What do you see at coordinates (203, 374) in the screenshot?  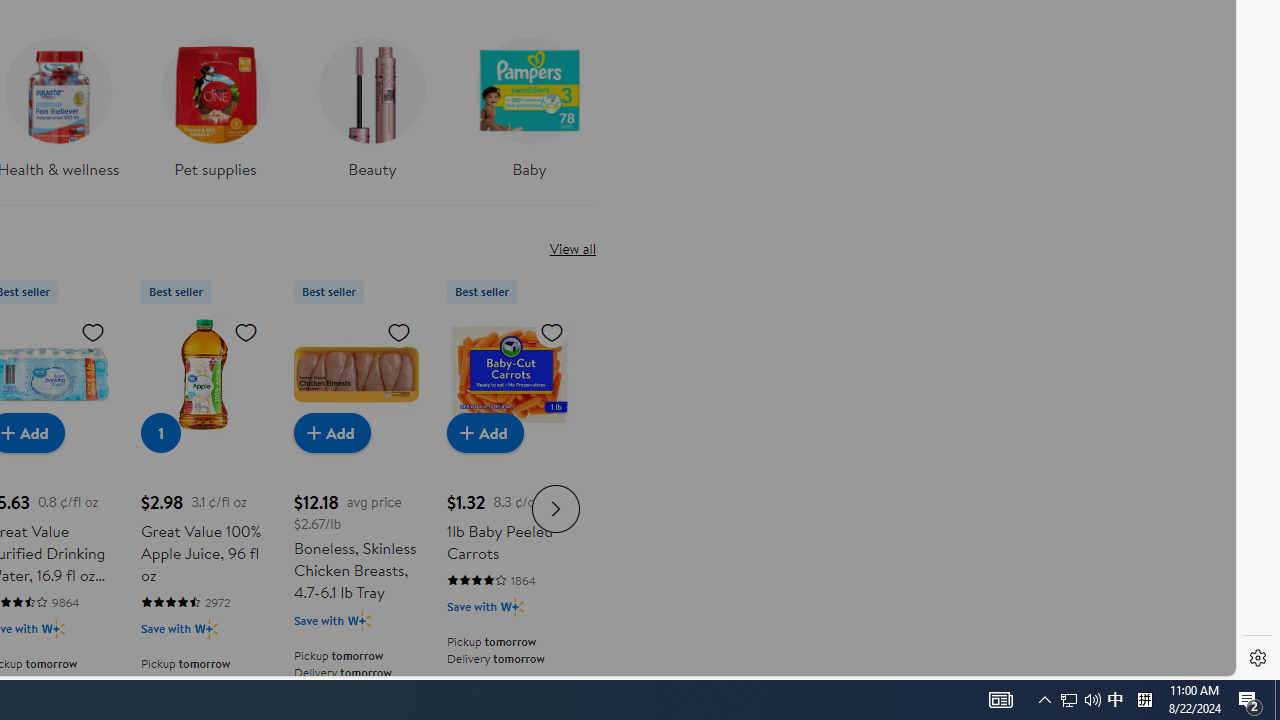 I see `'Great Value 100% Apple Juice, 96 fl oz'` at bounding box center [203, 374].